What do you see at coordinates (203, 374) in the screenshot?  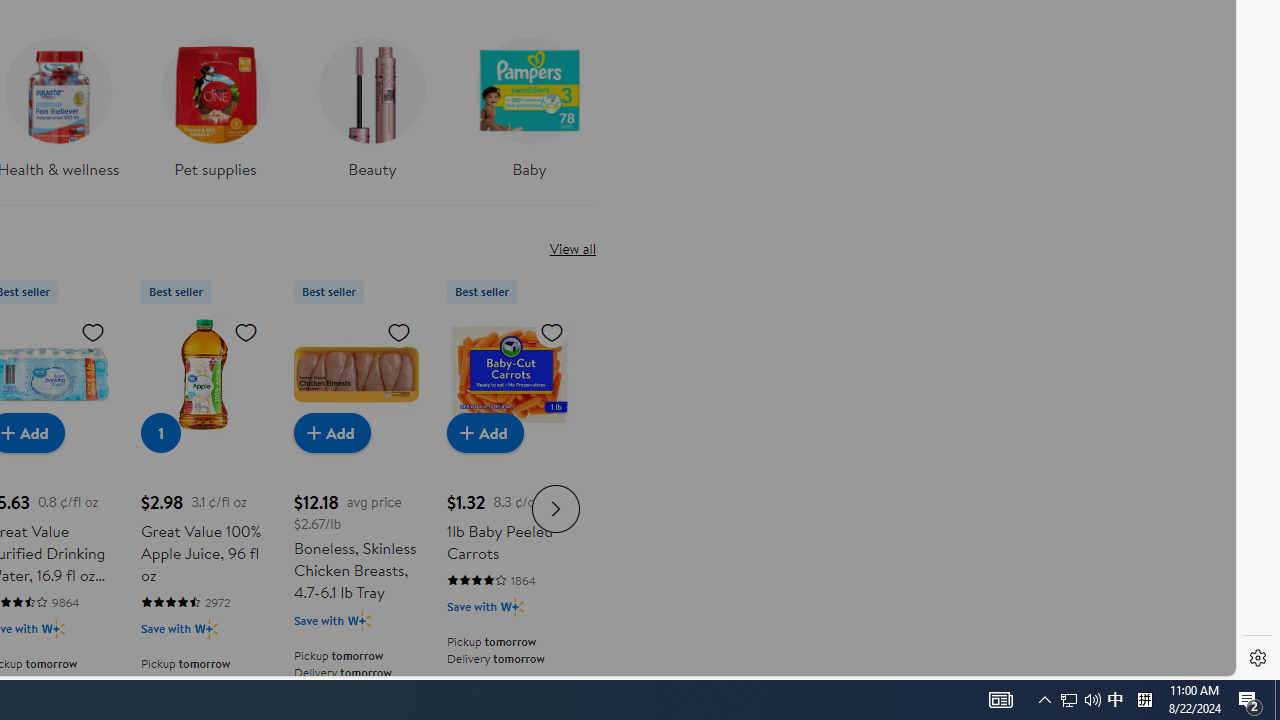 I see `'Great Value 100% Apple Juice, 96 fl oz'` at bounding box center [203, 374].